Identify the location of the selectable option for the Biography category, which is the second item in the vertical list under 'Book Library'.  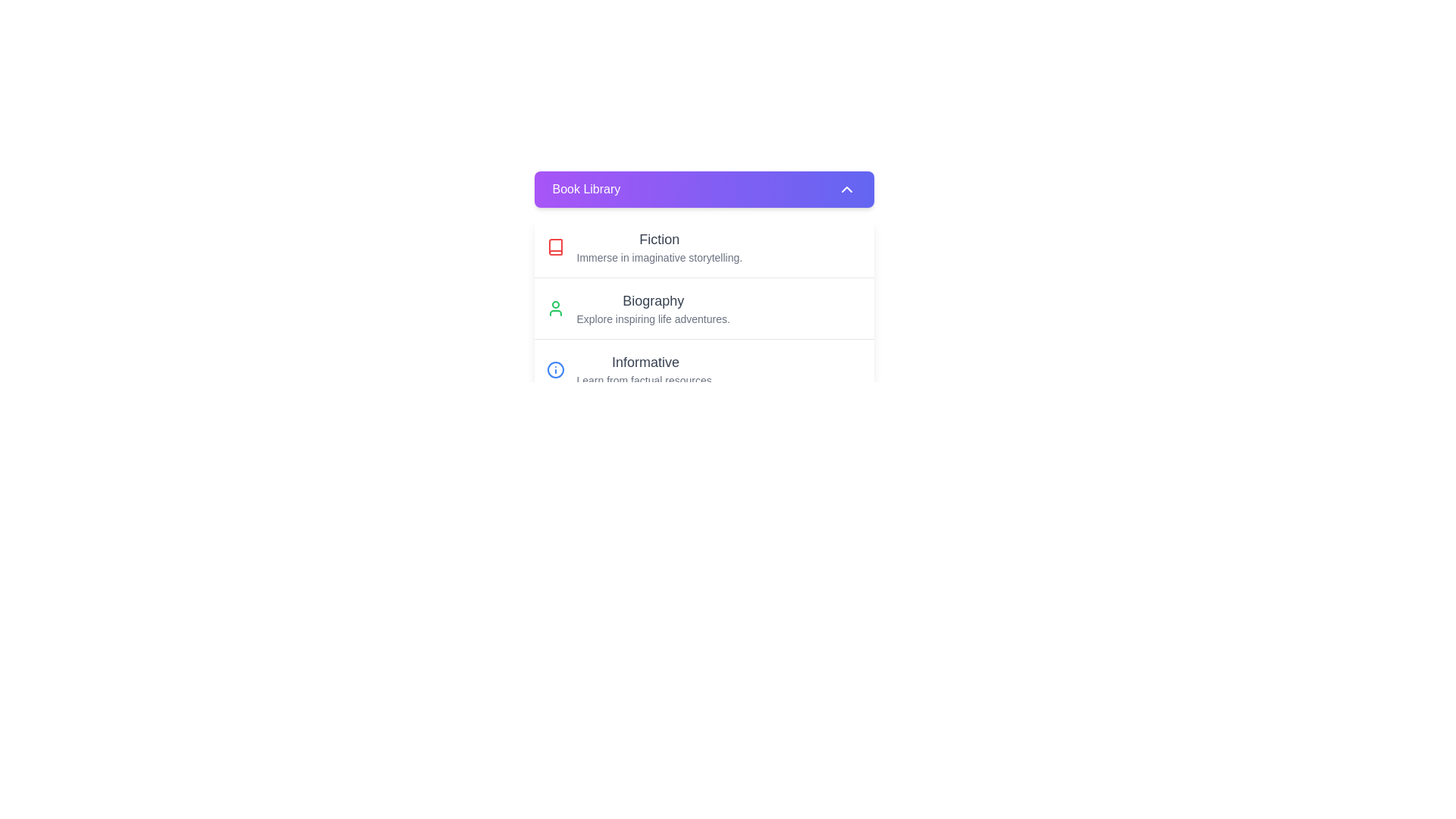
(653, 308).